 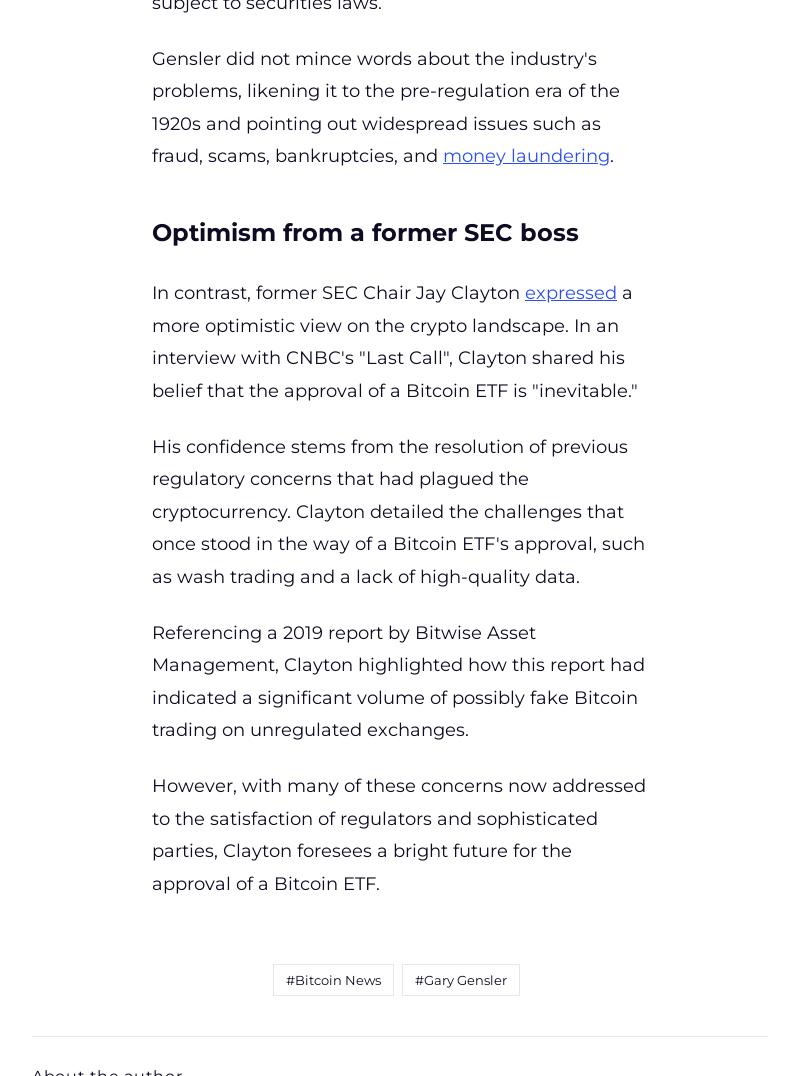 What do you see at coordinates (458, 979) in the screenshot?
I see `'#Gary Gensler'` at bounding box center [458, 979].